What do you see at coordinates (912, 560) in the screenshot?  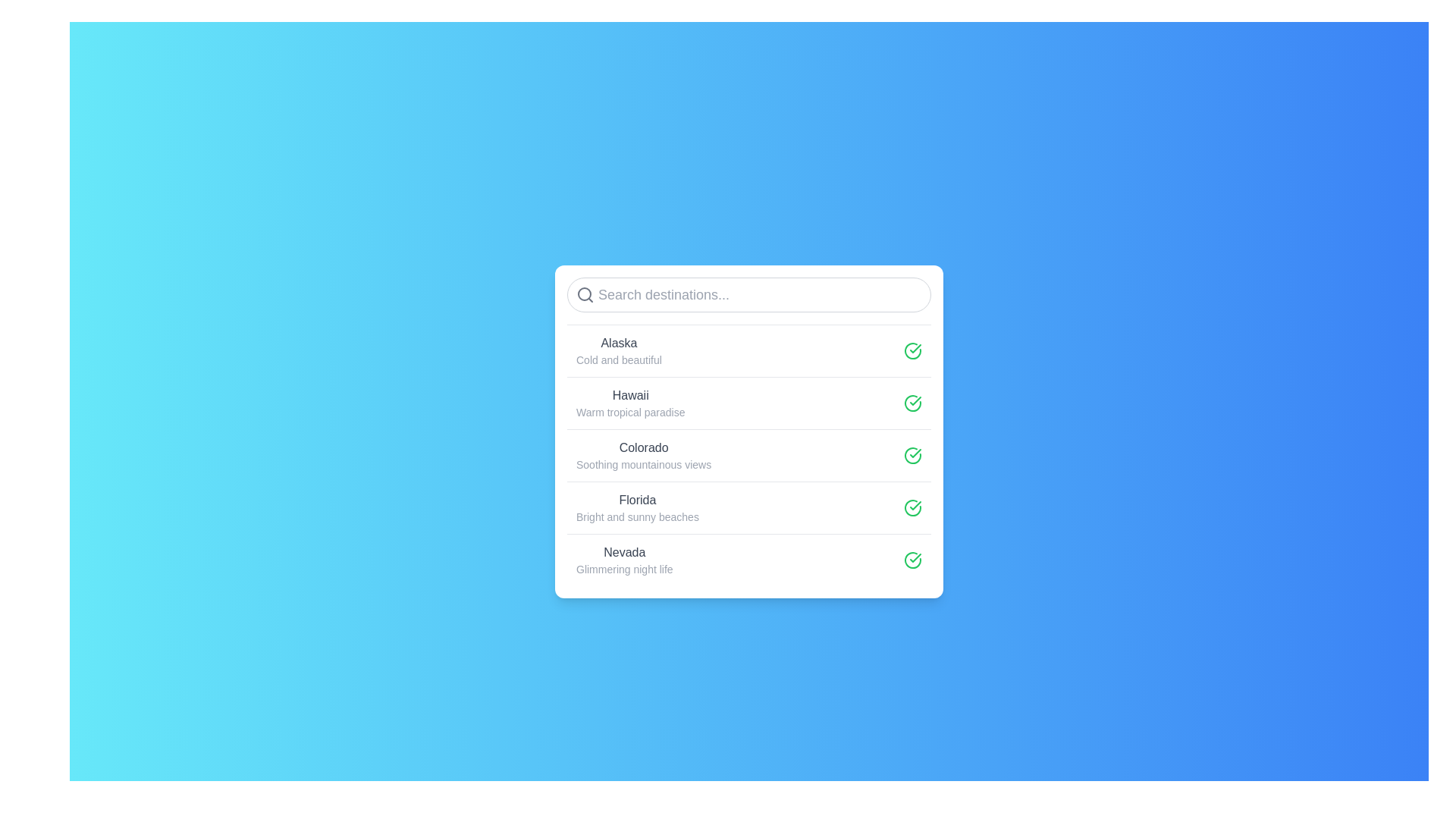 I see `the circular green bordered icon with a green checkmark located next to the text 'Florida' in the fourth list entry` at bounding box center [912, 560].